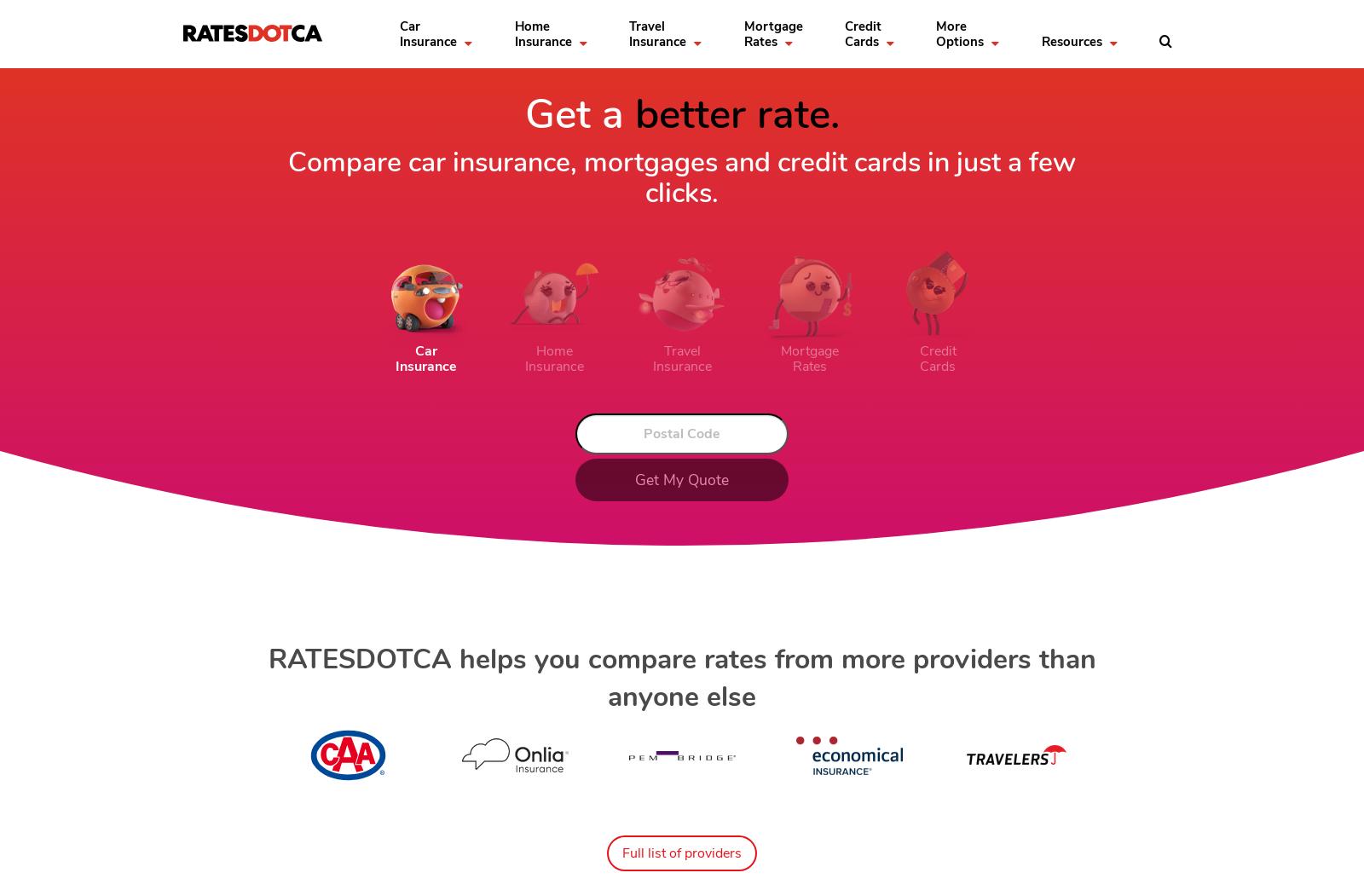  Describe the element at coordinates (682, 176) in the screenshot. I see `'Compare car insurance, mortgages and credit cards in just a few clicks.'` at that location.